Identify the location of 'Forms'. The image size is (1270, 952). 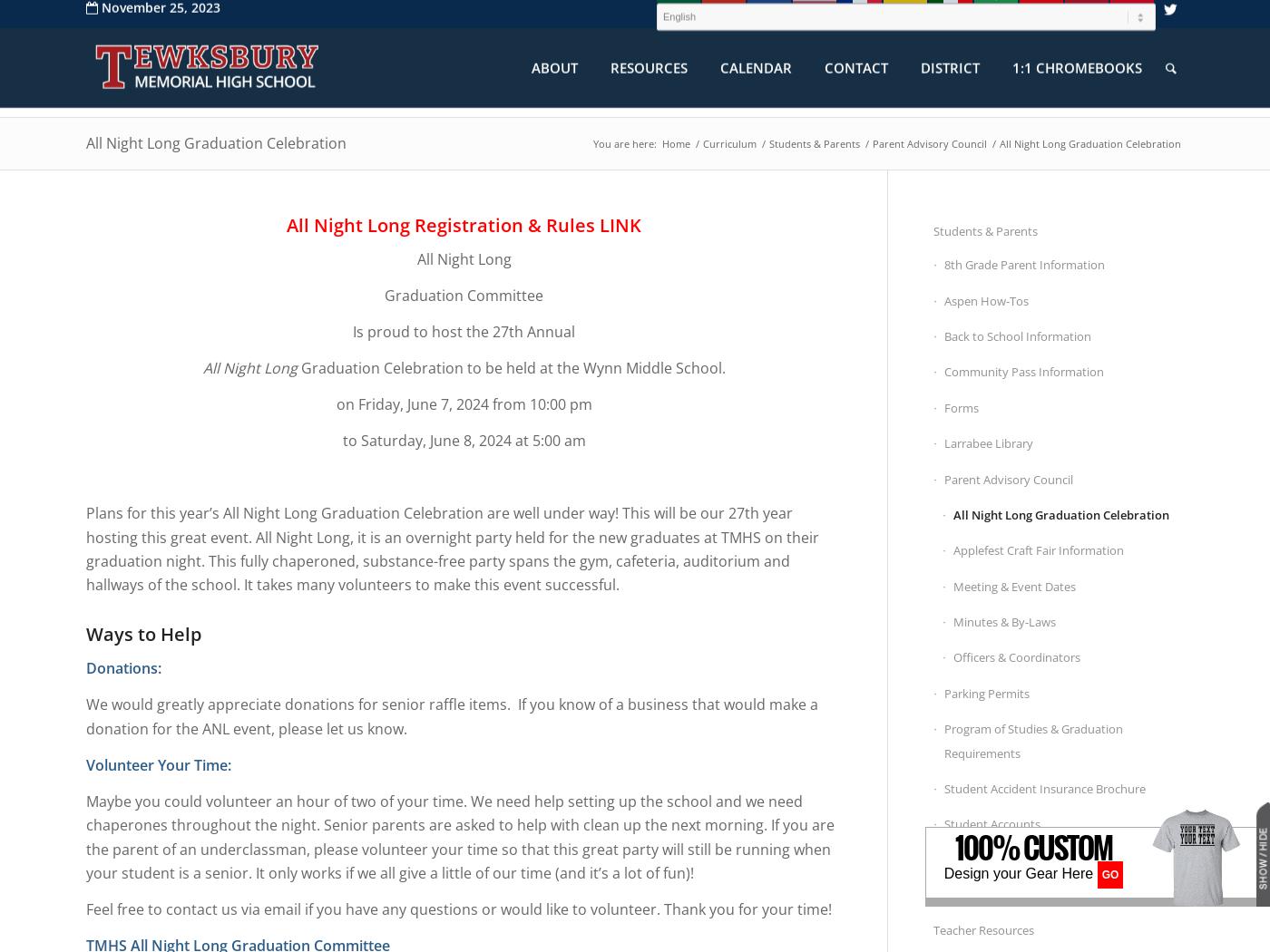
(944, 405).